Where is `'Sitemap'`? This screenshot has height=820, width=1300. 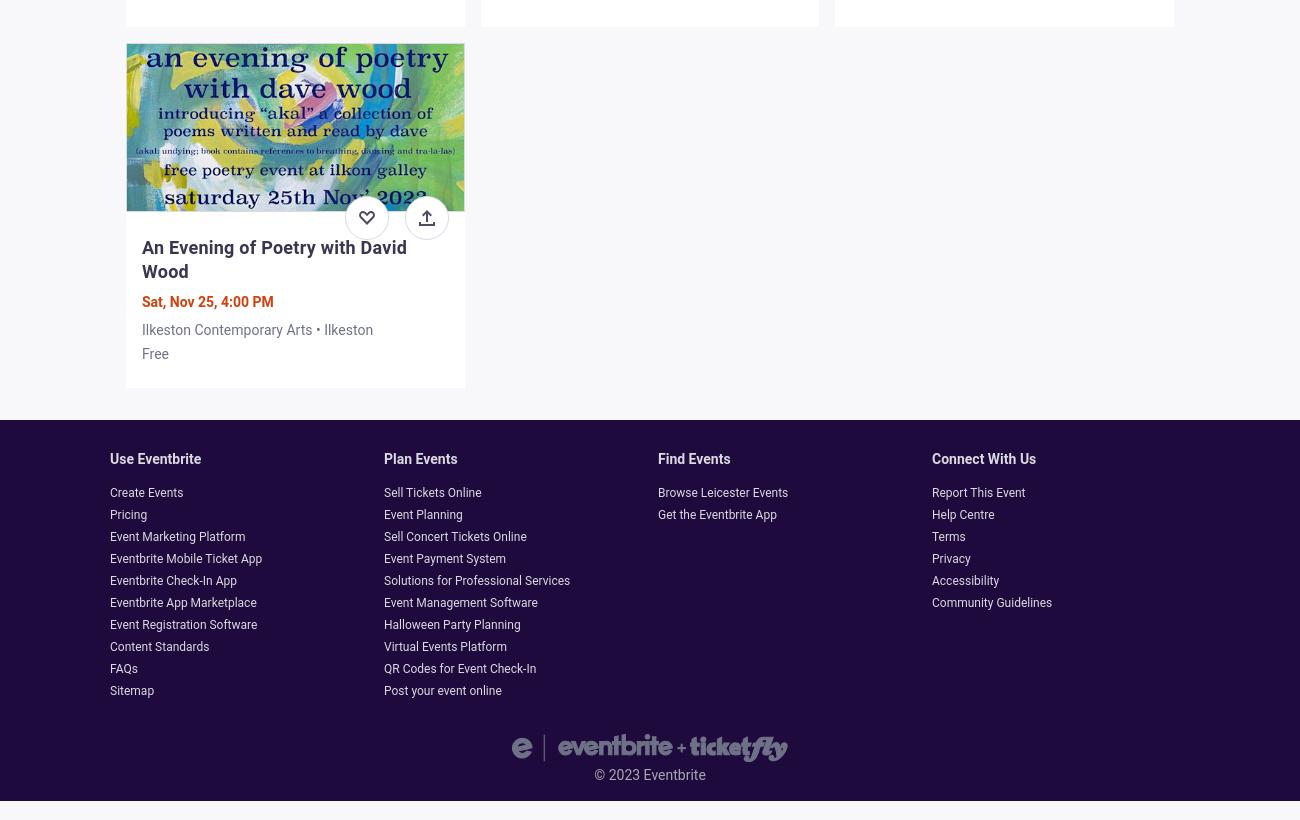
'Sitemap' is located at coordinates (108, 691).